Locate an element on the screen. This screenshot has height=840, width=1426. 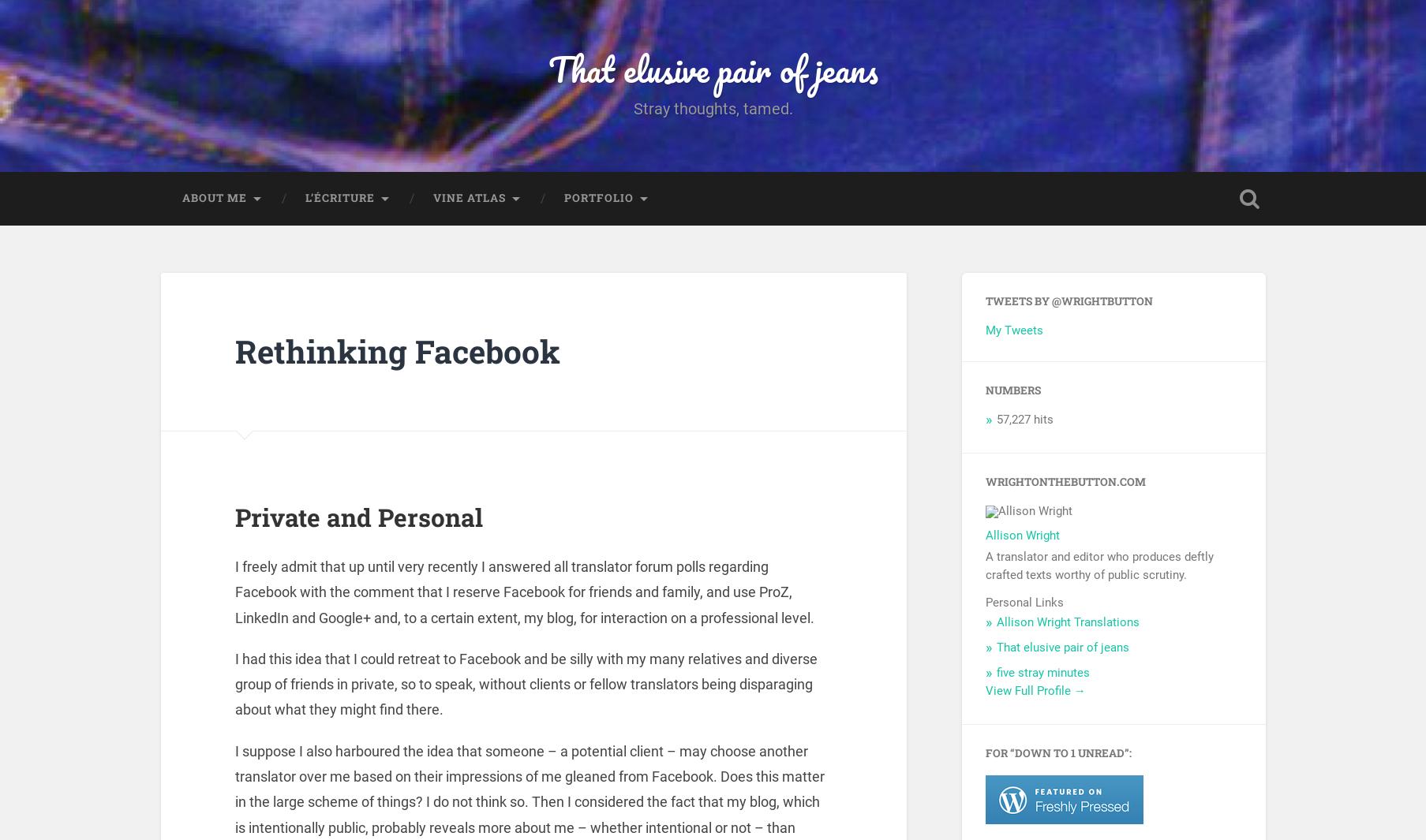
'wrightonthebutton.com' is located at coordinates (1064, 485).